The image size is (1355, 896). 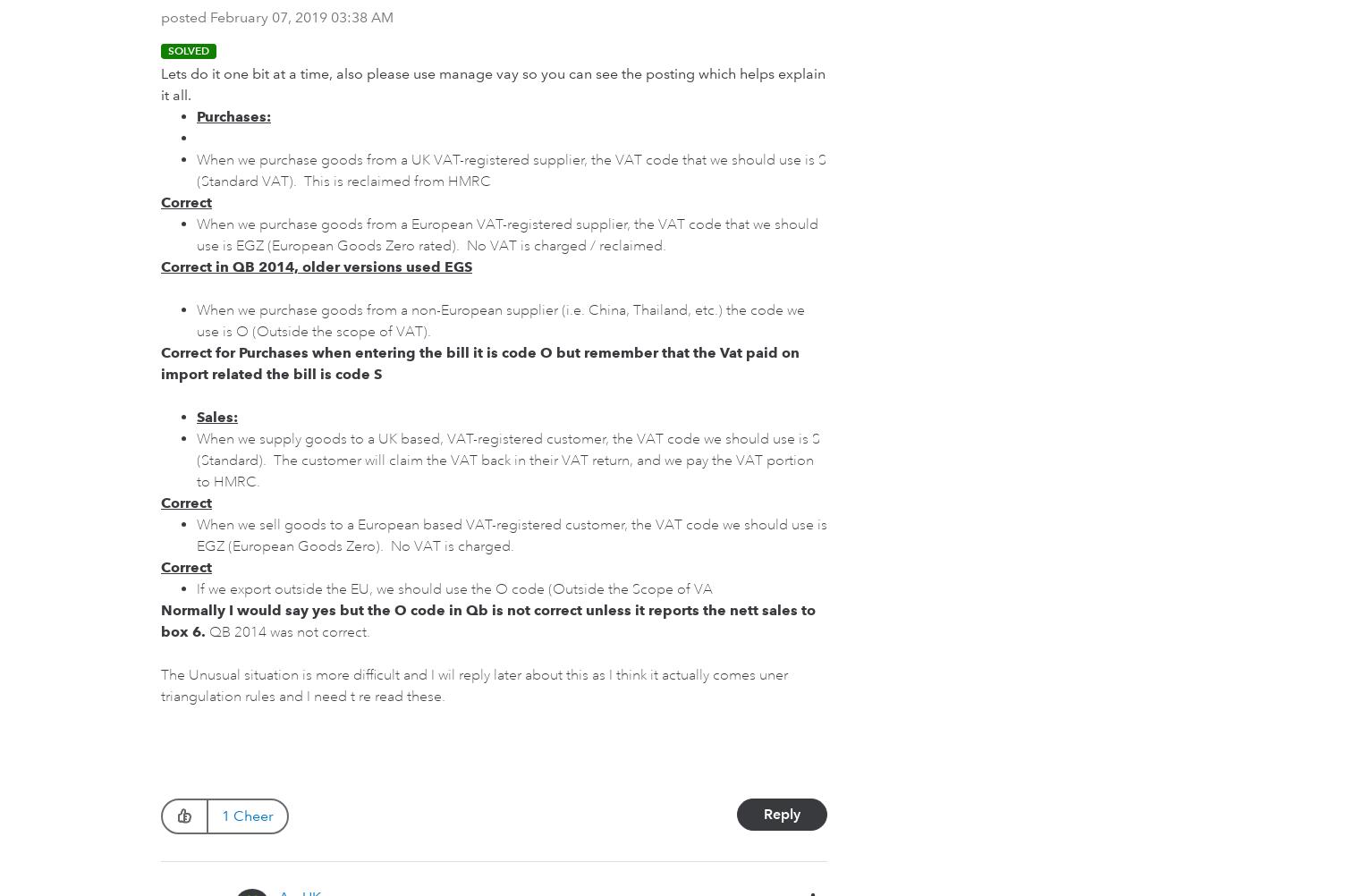 I want to click on 'QB 2014 was not correct.', so click(x=287, y=632).